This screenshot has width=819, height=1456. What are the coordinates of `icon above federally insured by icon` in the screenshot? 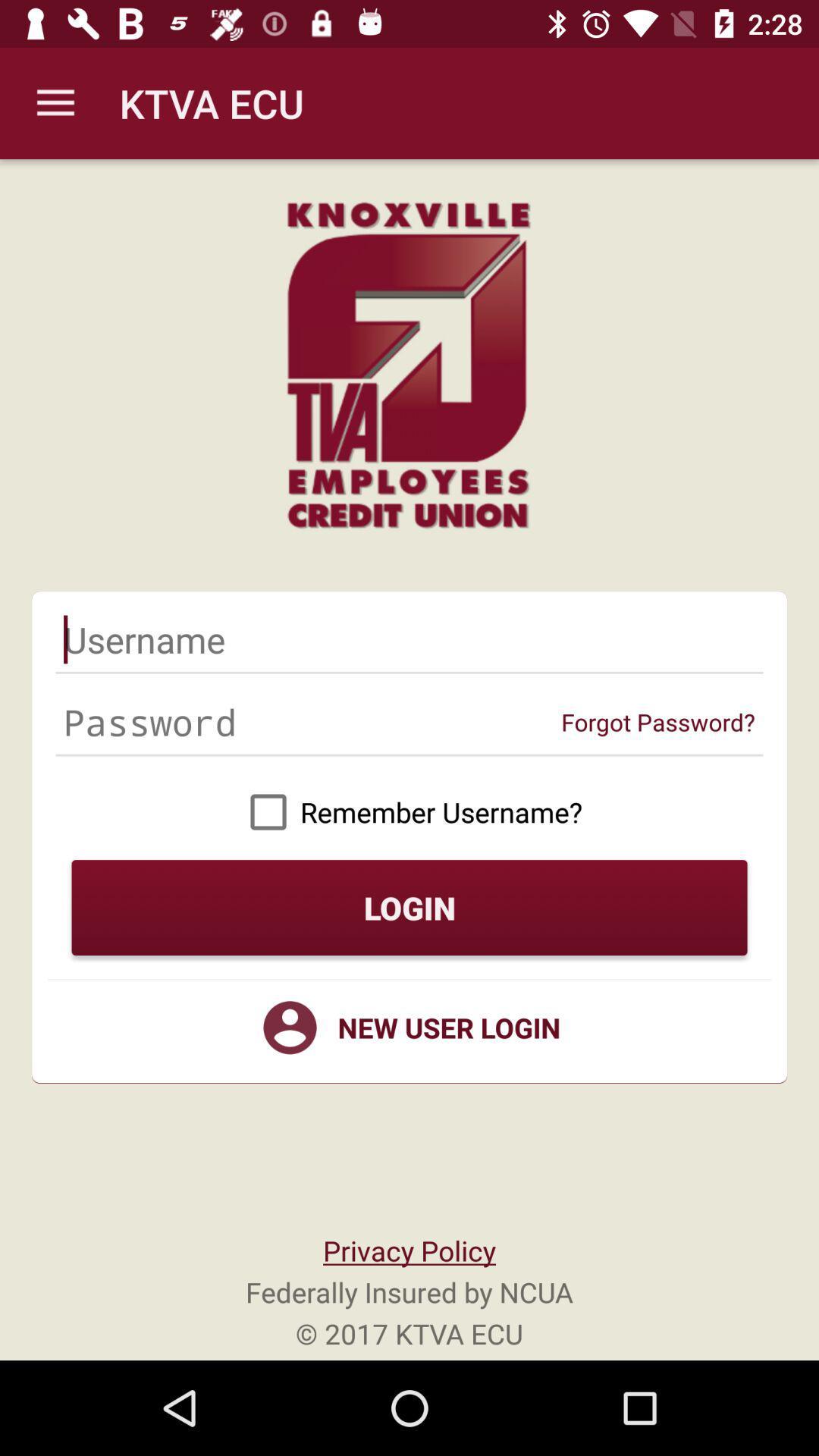 It's located at (409, 1250).